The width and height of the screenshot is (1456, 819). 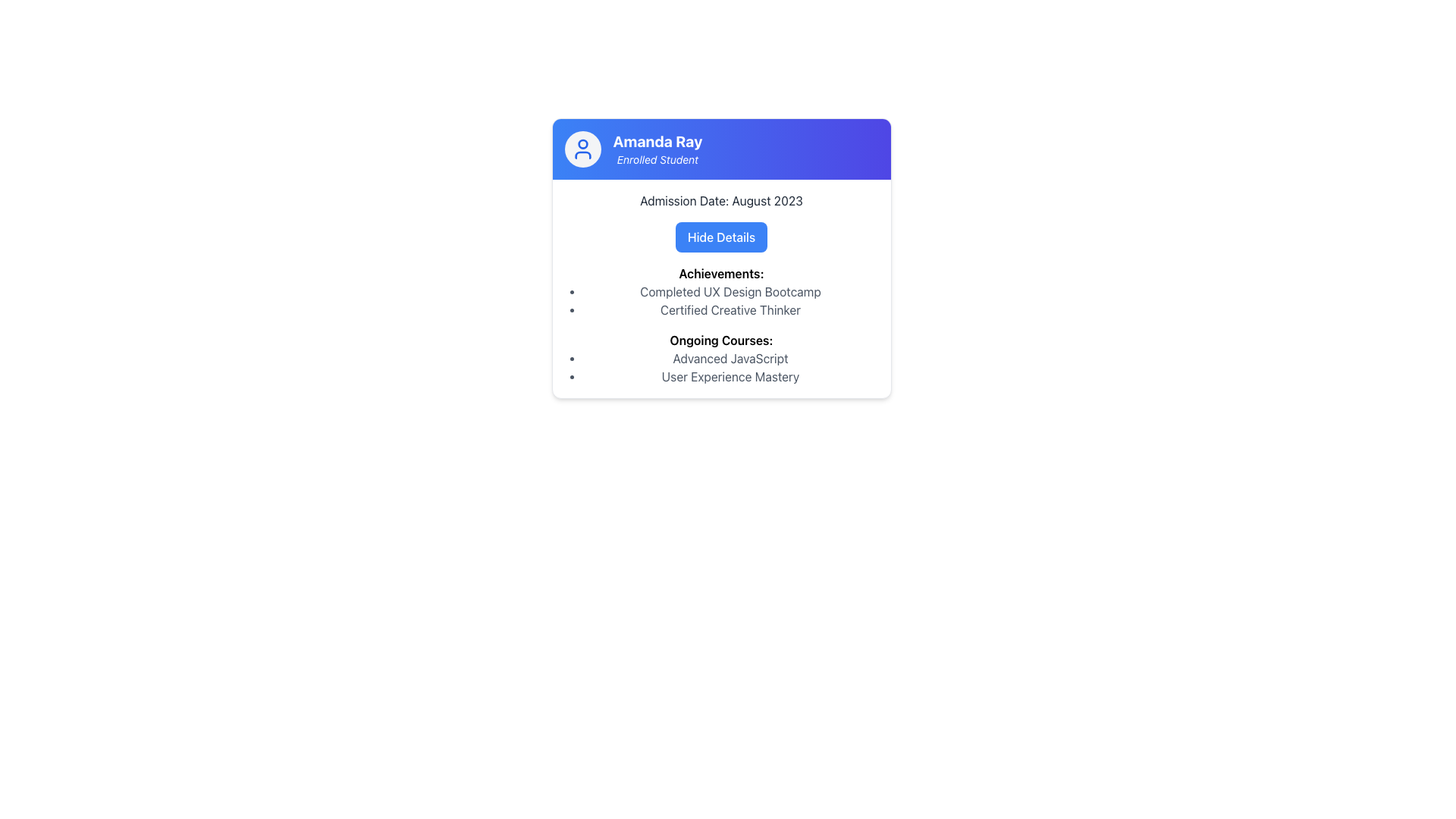 I want to click on the Text Display Block that displays ongoing course details, located below the 'Achievements:' section, for emphasis, so click(x=720, y=359).